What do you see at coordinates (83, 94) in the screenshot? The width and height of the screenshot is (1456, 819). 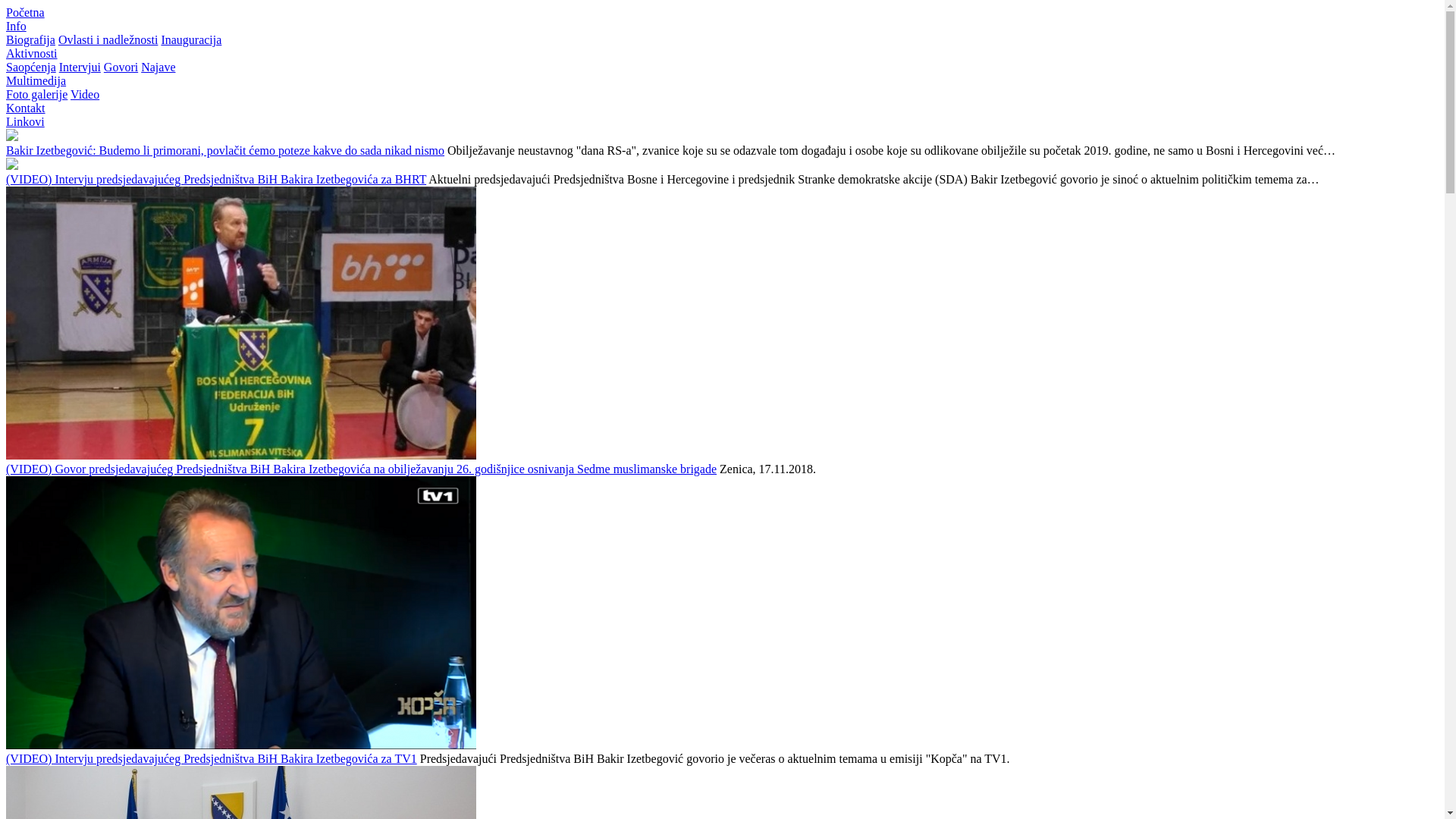 I see `'Video'` at bounding box center [83, 94].